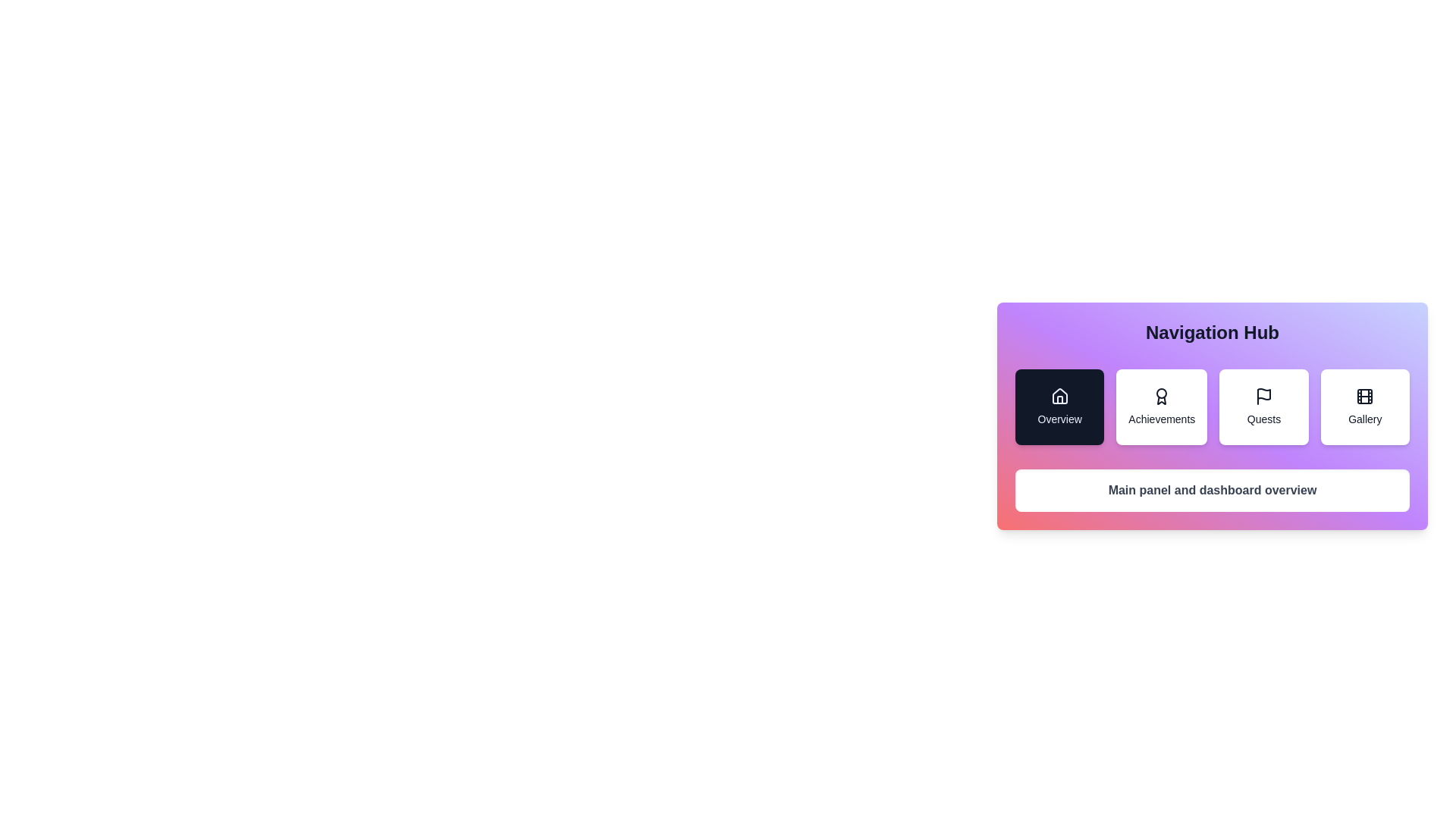 This screenshot has width=1456, height=819. Describe the element at coordinates (1161, 396) in the screenshot. I see `the award medal icon in the 'Achievements' section of the 'Navigation Hub', which is a circular badge with ribbon-like extensions, positioned in the second slot from the left` at that location.